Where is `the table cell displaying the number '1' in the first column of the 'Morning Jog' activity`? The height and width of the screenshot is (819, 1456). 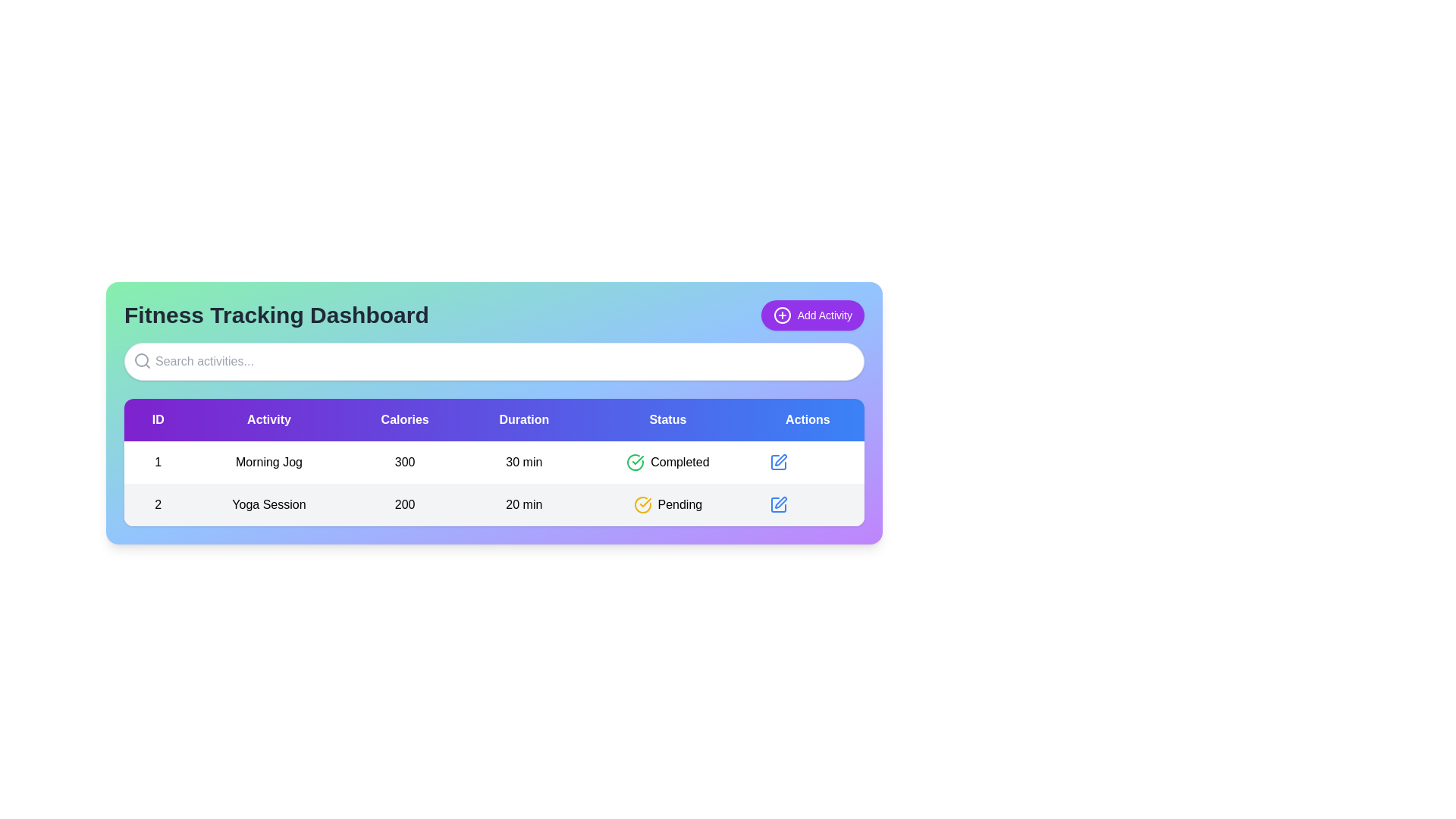 the table cell displaying the number '1' in the first column of the 'Morning Jog' activity is located at coordinates (158, 461).